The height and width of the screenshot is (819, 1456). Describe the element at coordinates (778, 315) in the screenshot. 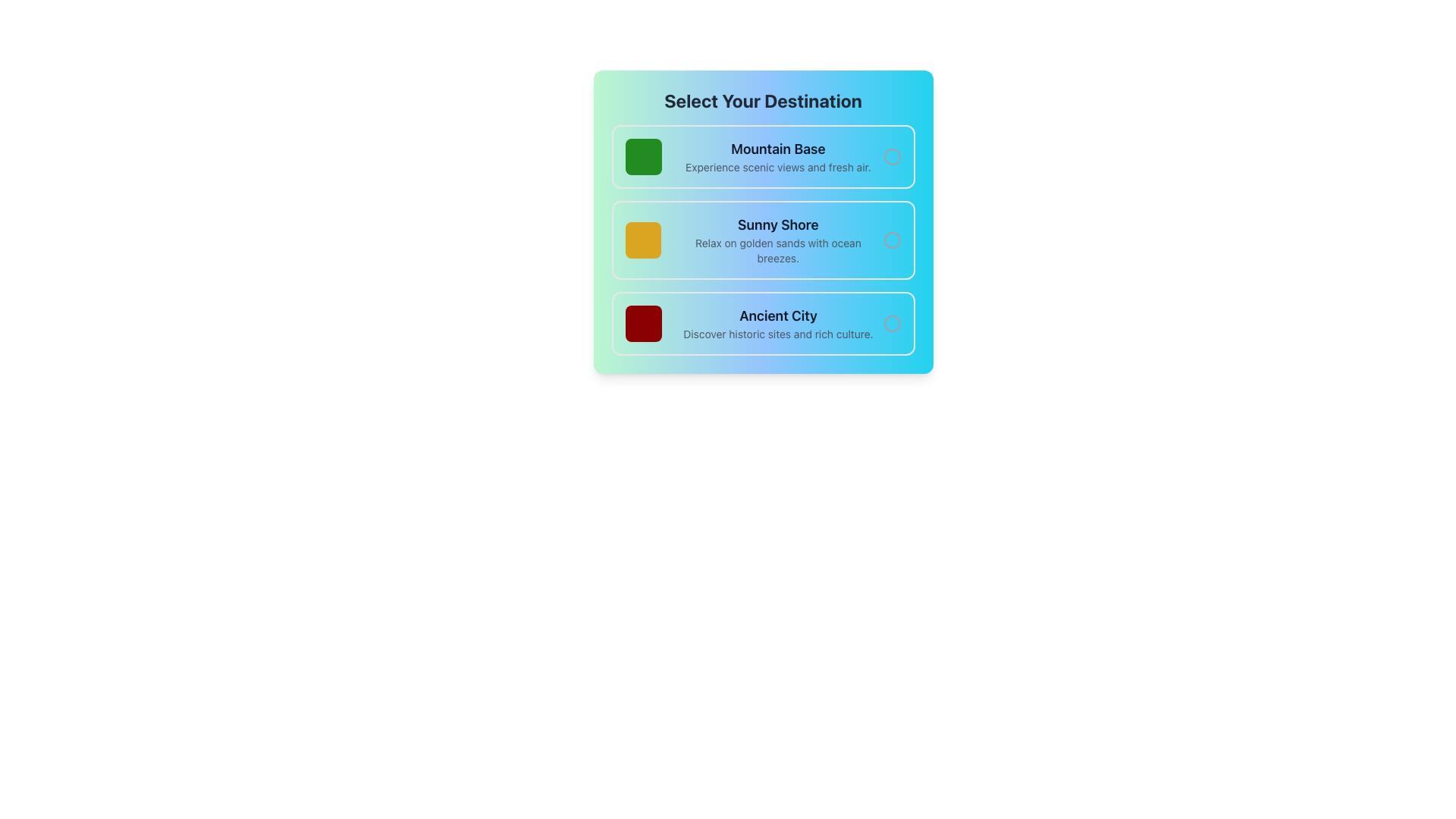

I see `the 'Ancient City' text label, which is displayed in a large, bold black font within the third selection card under 'Select Your Destination'` at that location.